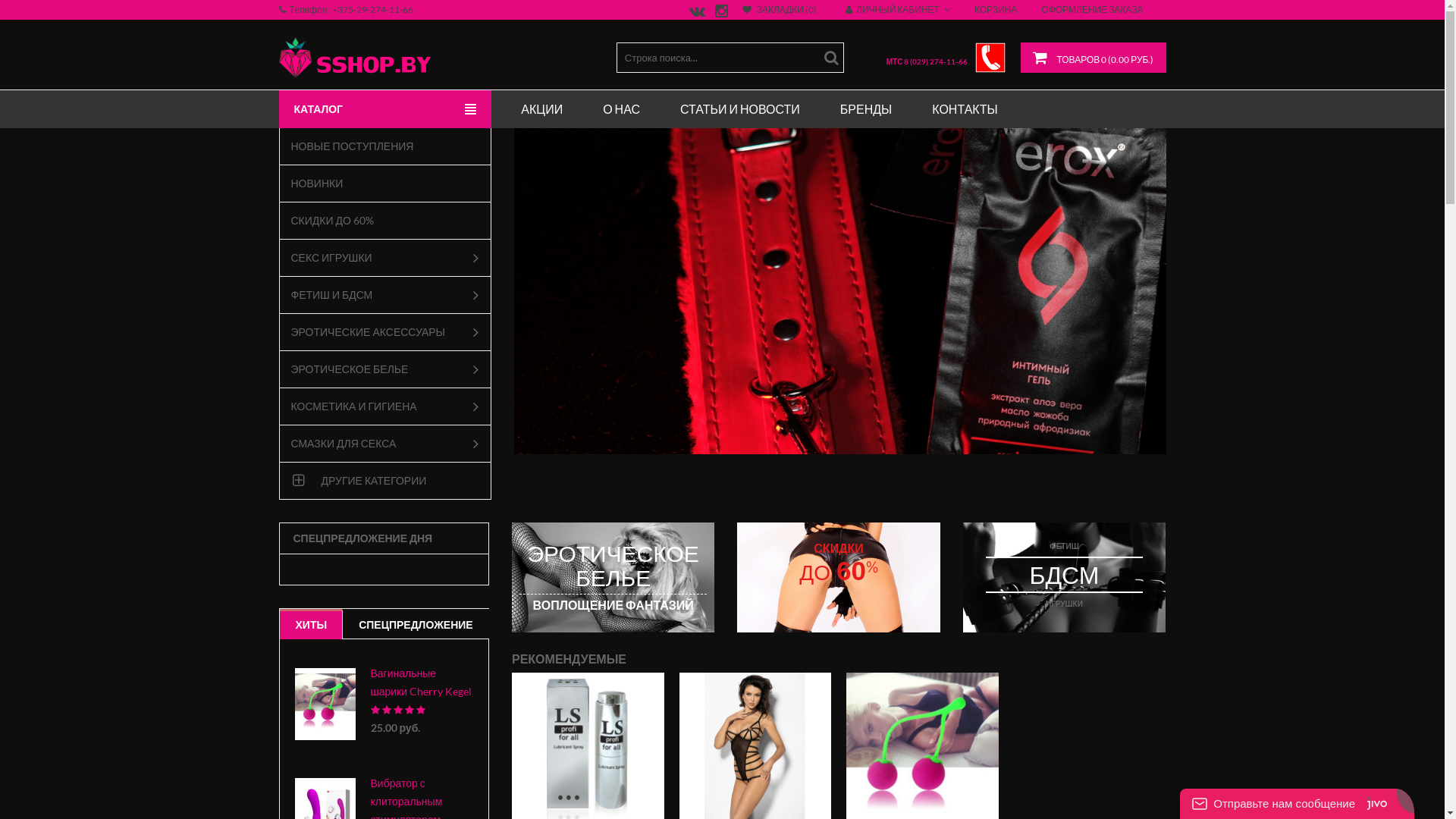  Describe the element at coordinates (354, 57) in the screenshot. I see `'sShop.by'` at that location.